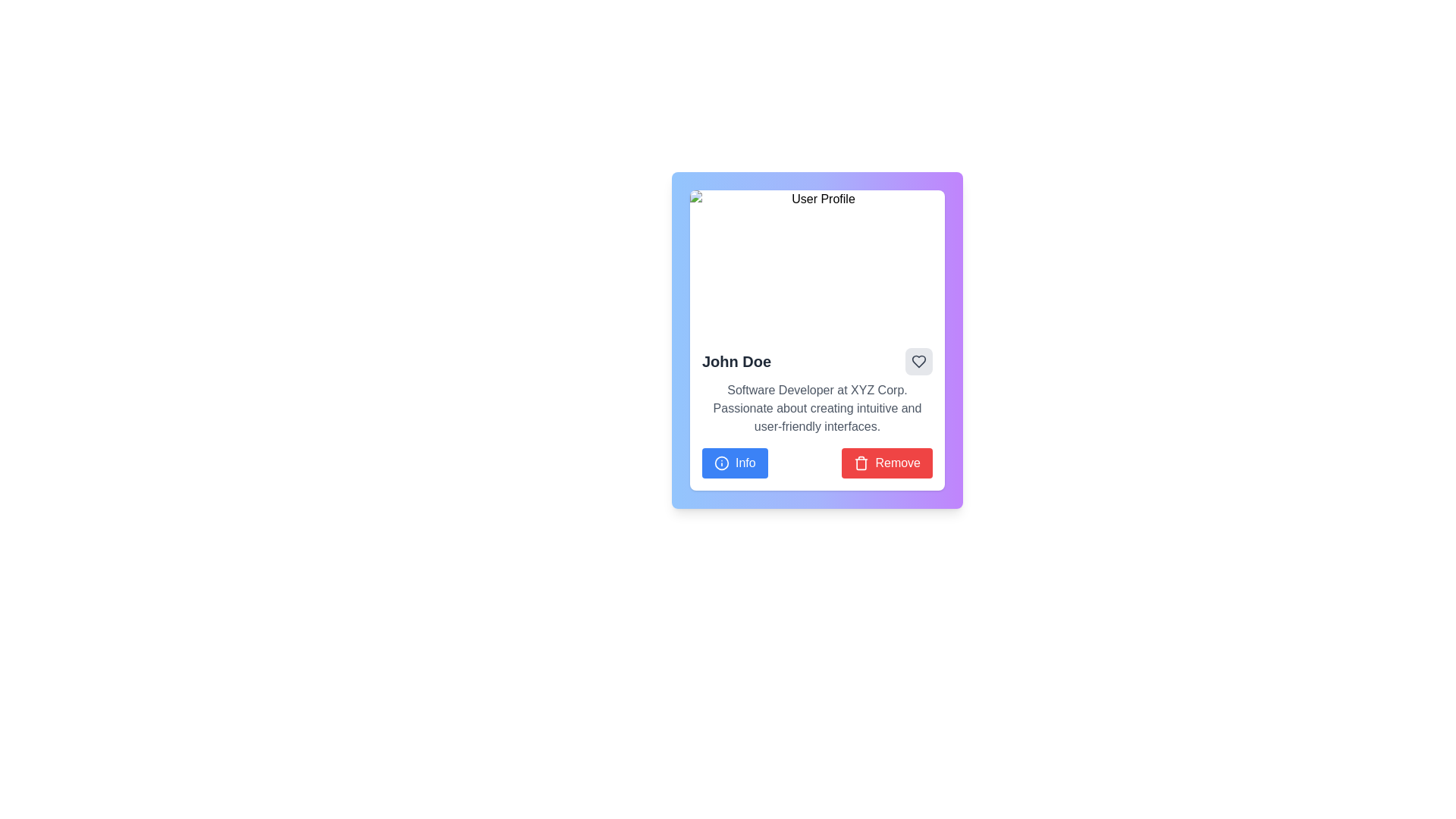 Image resolution: width=1456 pixels, height=819 pixels. I want to click on the heart icon in the top-right corner of John Doe's profile card, so click(918, 362).